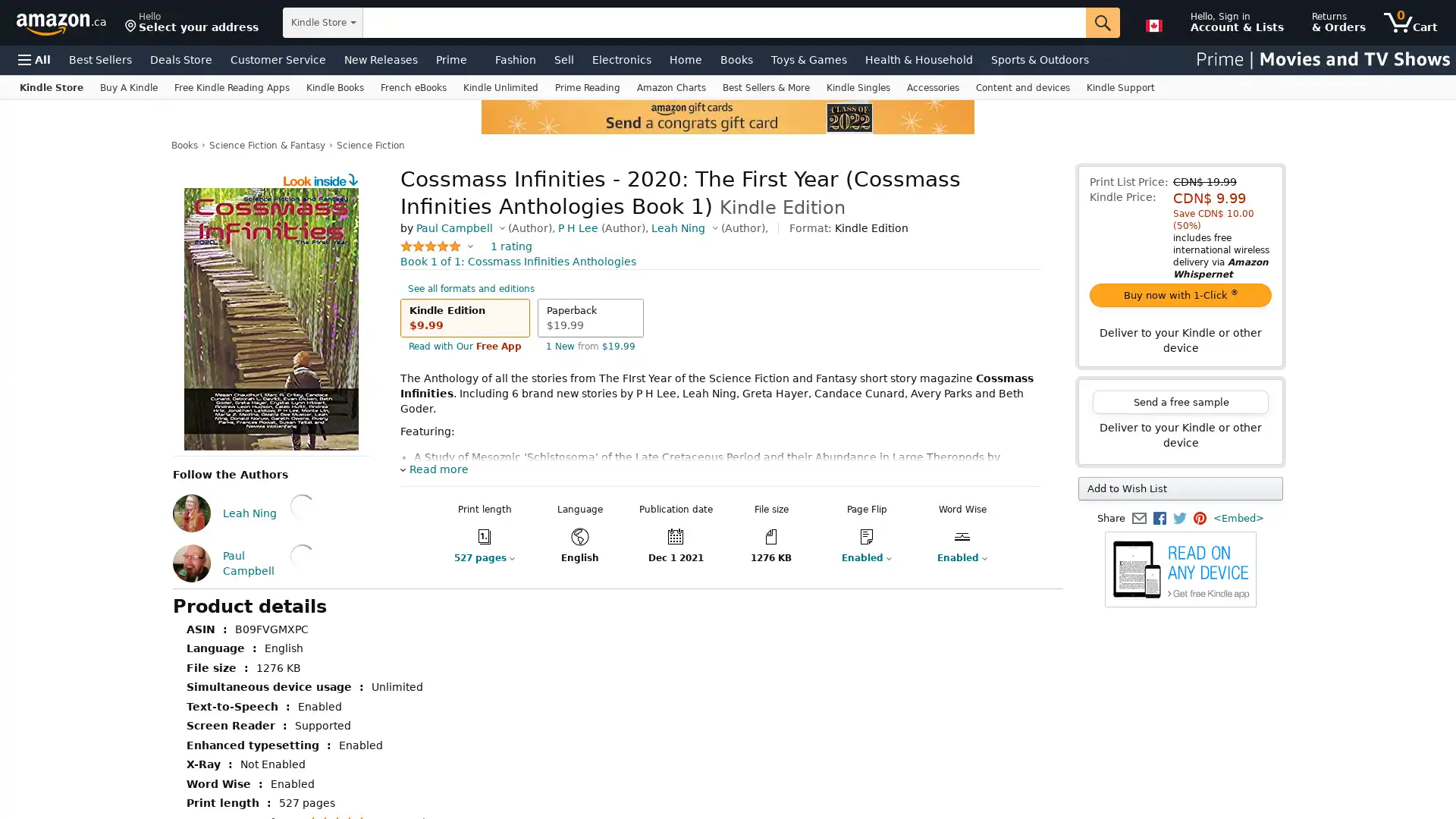 The image size is (1456, 819). What do you see at coordinates (34, 58) in the screenshot?
I see `Open Menu` at bounding box center [34, 58].